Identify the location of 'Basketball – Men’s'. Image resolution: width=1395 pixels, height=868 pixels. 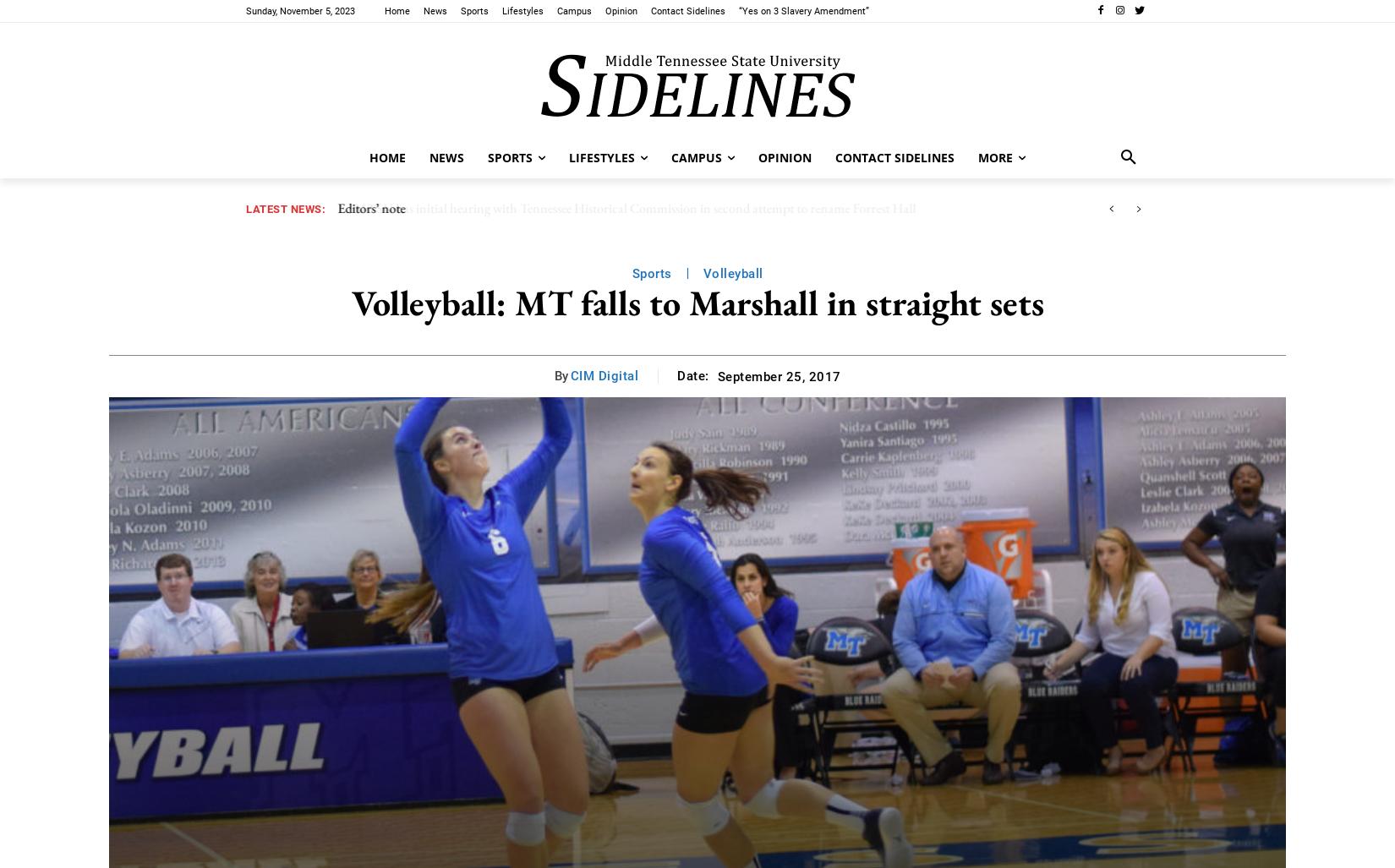
(509, 79).